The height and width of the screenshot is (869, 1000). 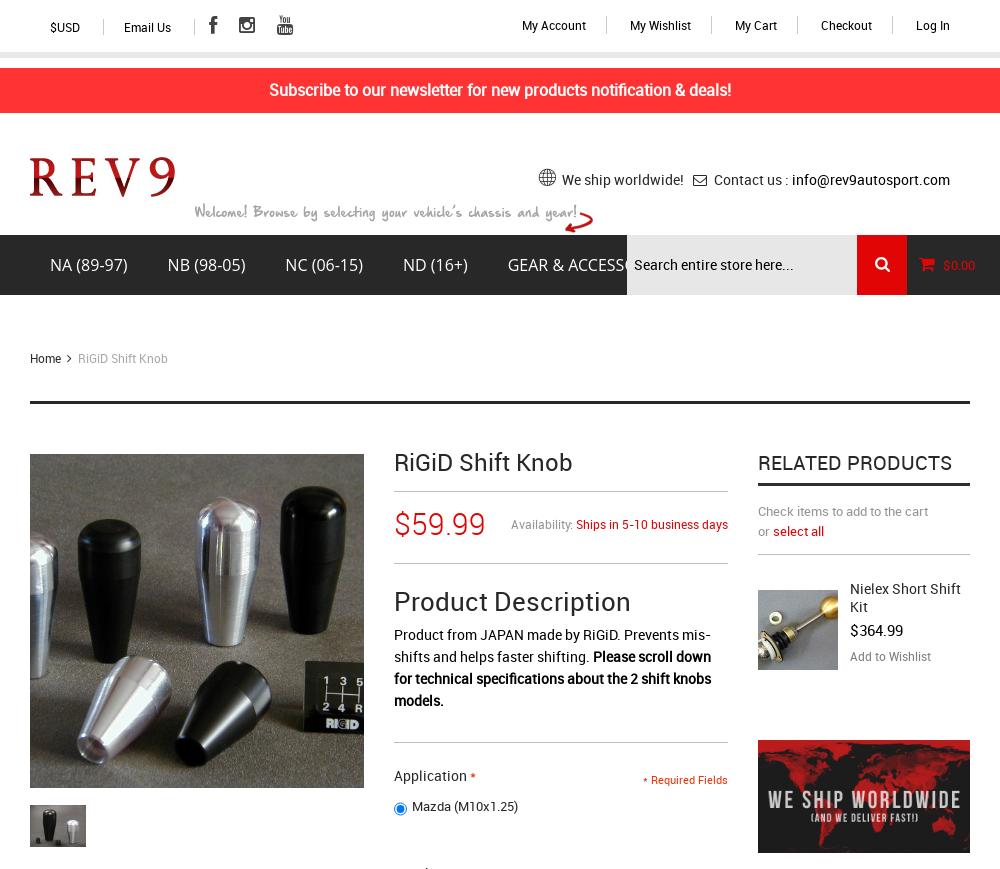 I want to click on 'Brands', so click(x=738, y=263).